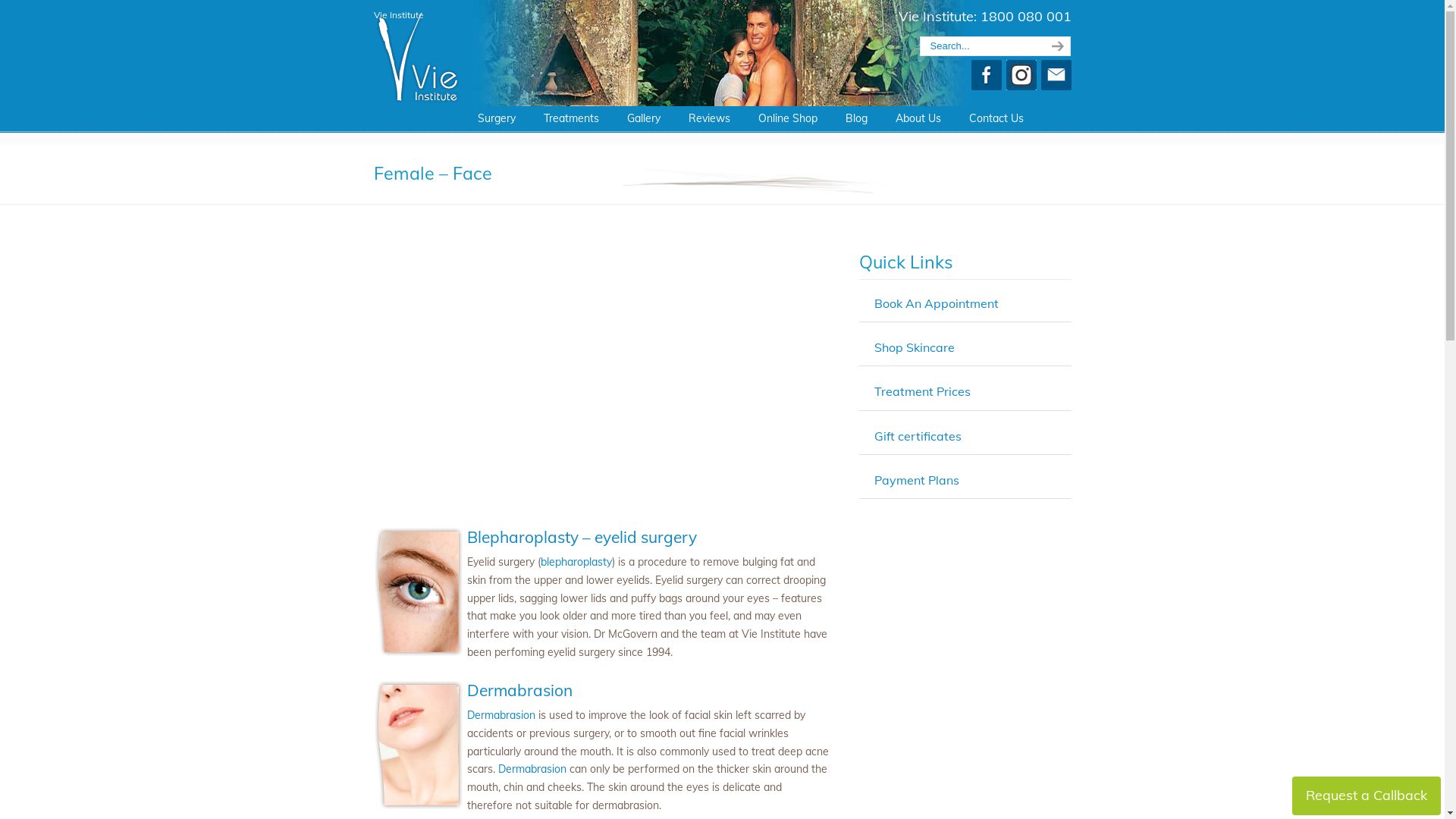 The height and width of the screenshot is (819, 1456). I want to click on 'Online Shop', so click(742, 117).